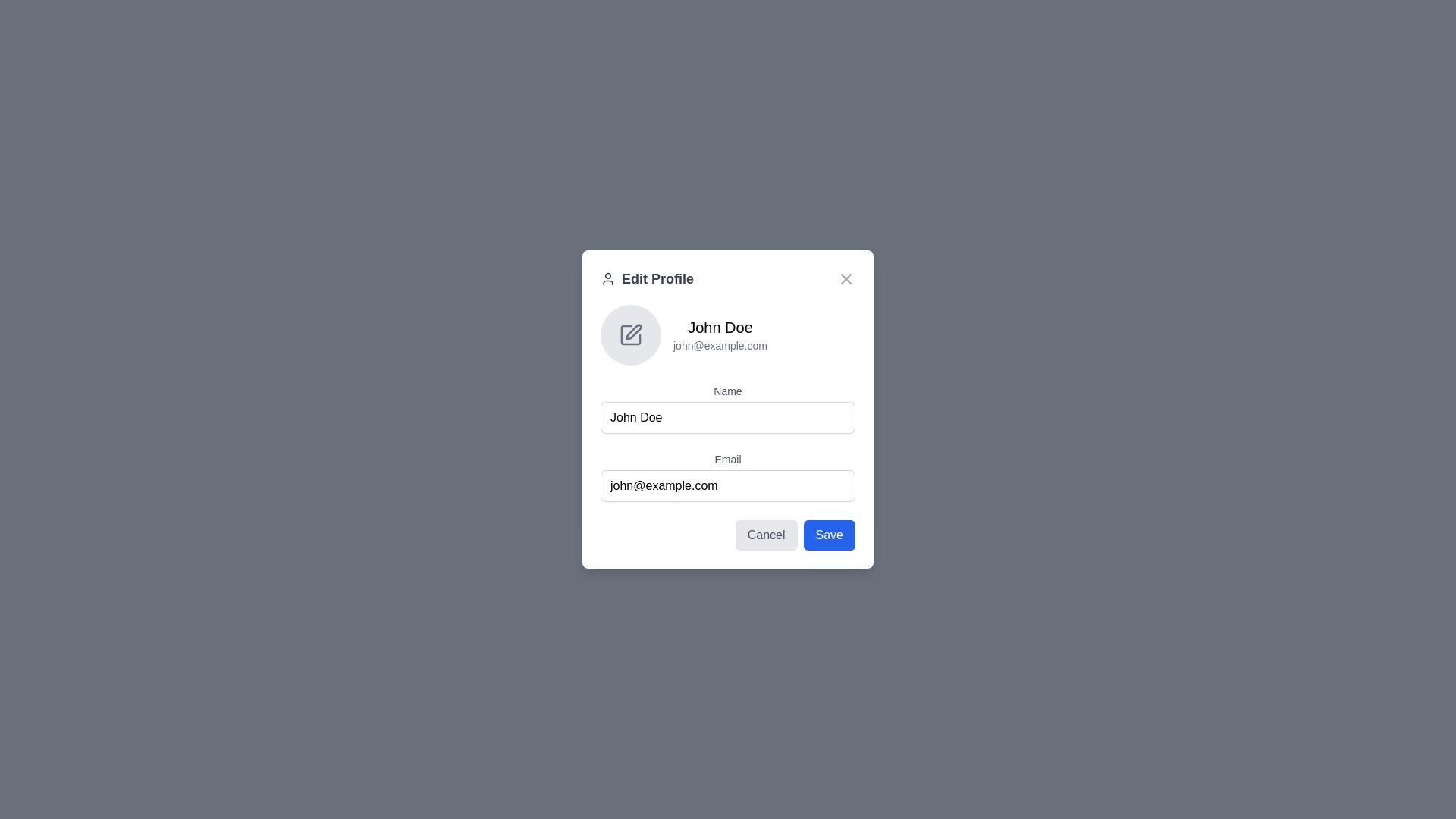 The width and height of the screenshot is (1456, 819). I want to click on the user profile summary section, which displays the user's name and email address, located at the top of the 'Edit Profile' modal, so click(728, 334).